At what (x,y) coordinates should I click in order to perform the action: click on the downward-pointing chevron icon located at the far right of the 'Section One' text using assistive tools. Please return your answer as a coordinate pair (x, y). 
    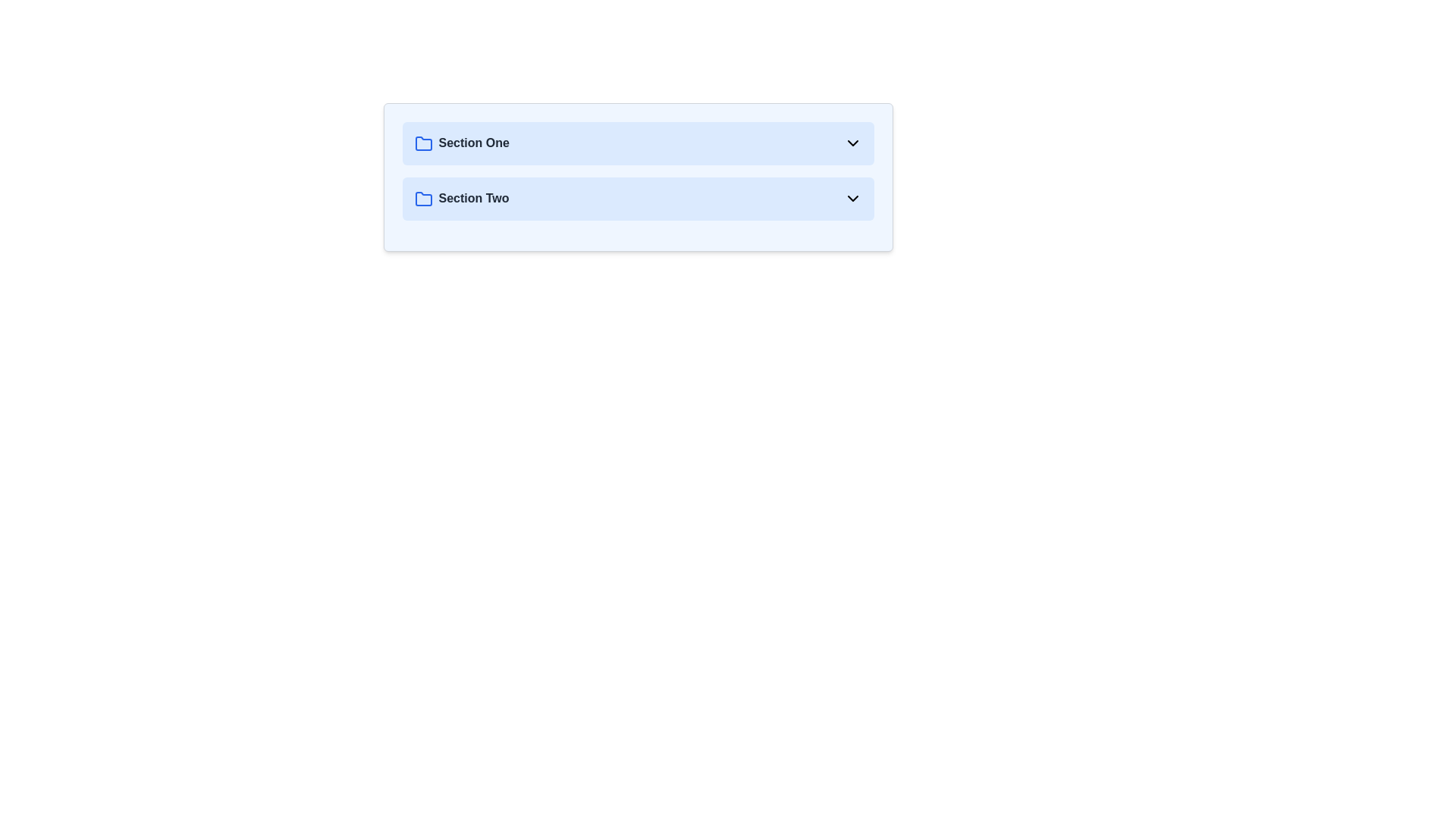
    Looking at the image, I should click on (852, 143).